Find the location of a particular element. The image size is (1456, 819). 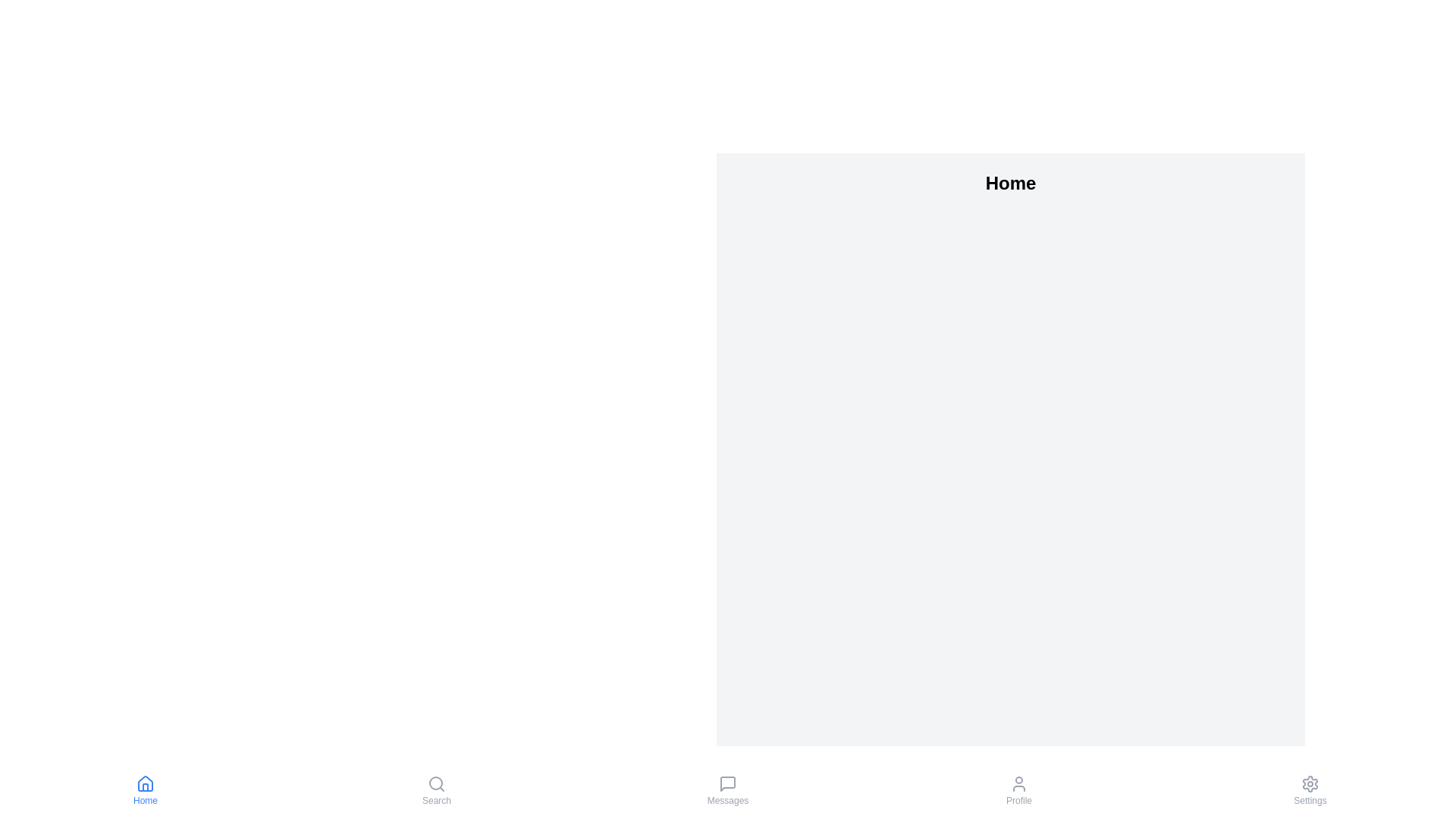

the minimalist magnifying glass icon in the bottom navigation bar is located at coordinates (436, 783).